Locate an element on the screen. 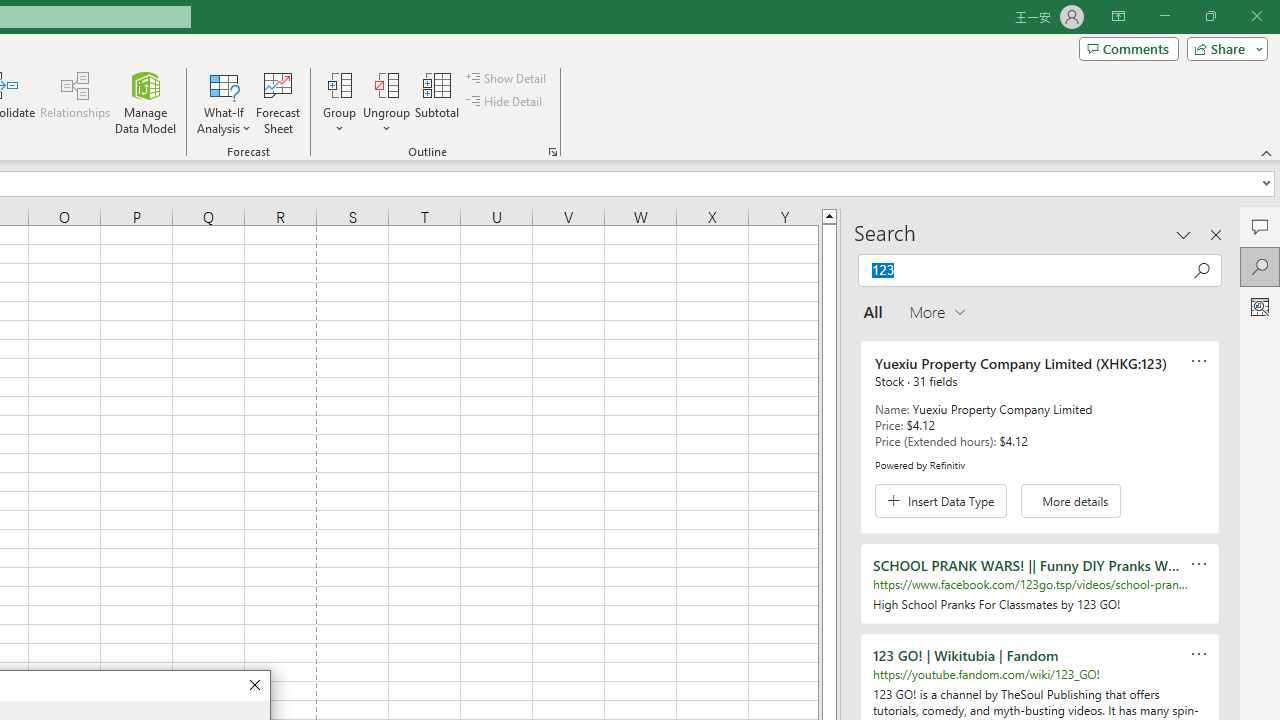 This screenshot has width=1280, height=720. 'Relationships' is located at coordinates (75, 103).